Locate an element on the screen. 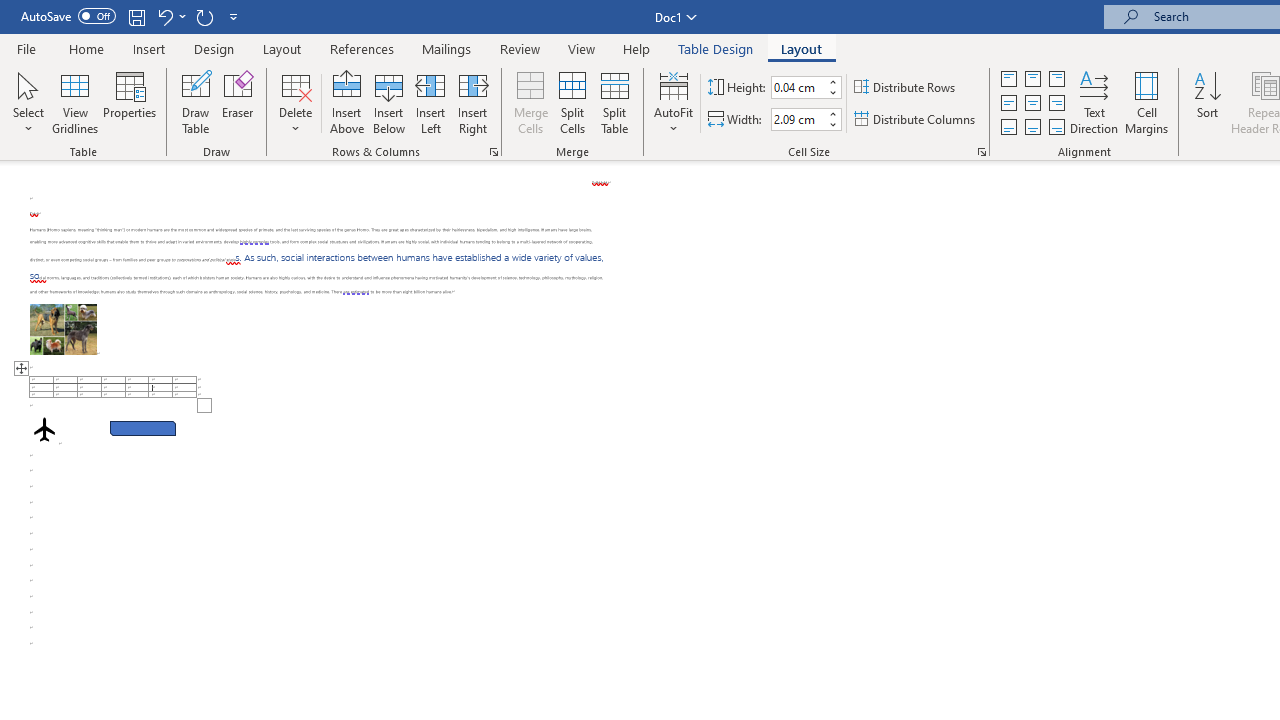  'Sort...' is located at coordinates (1206, 103).